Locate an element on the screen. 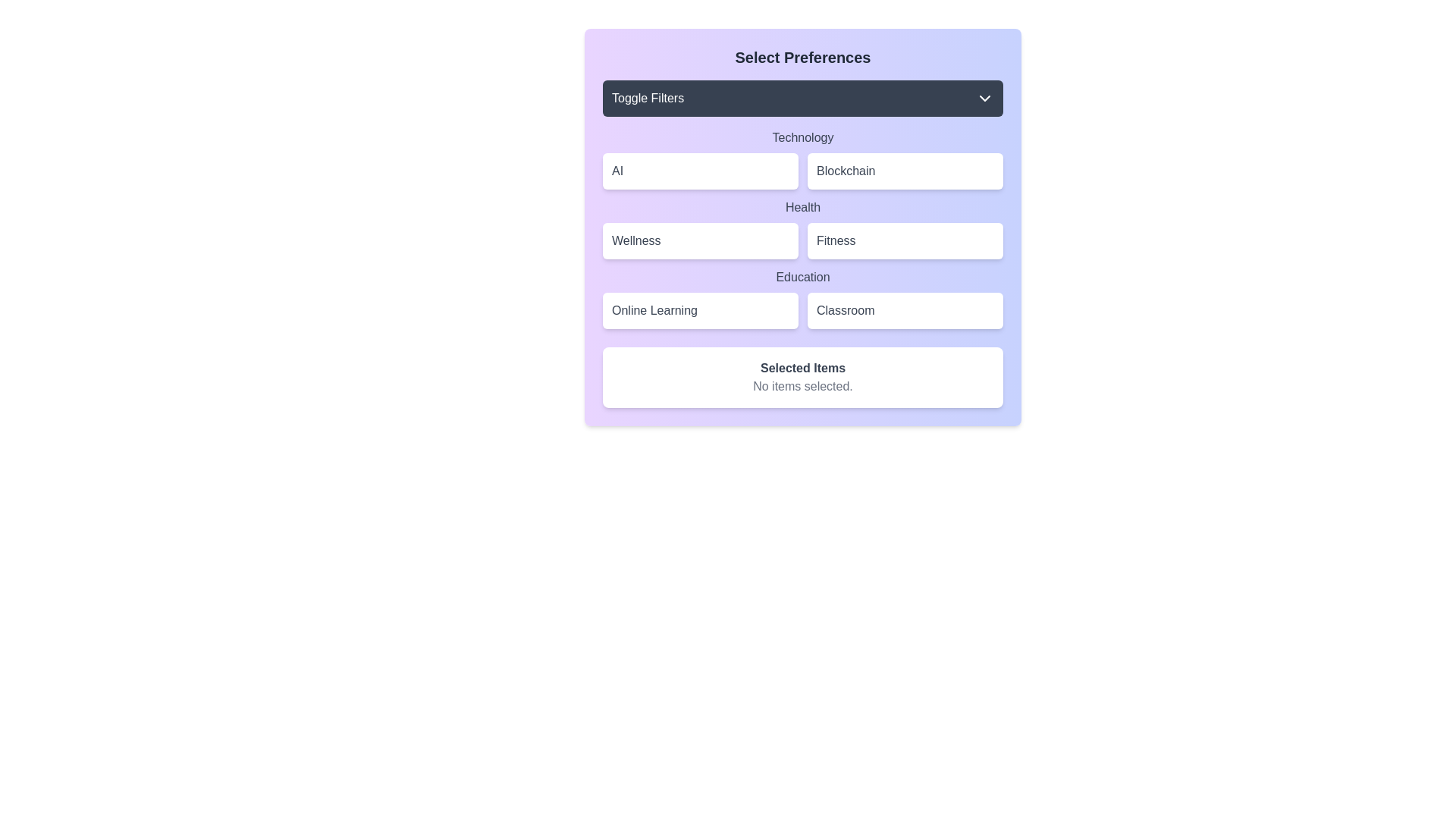 The image size is (1456, 819). the status indicator text label that informs the user that no items have been selected, located under the 'Selected Items' title is located at coordinates (802, 385).